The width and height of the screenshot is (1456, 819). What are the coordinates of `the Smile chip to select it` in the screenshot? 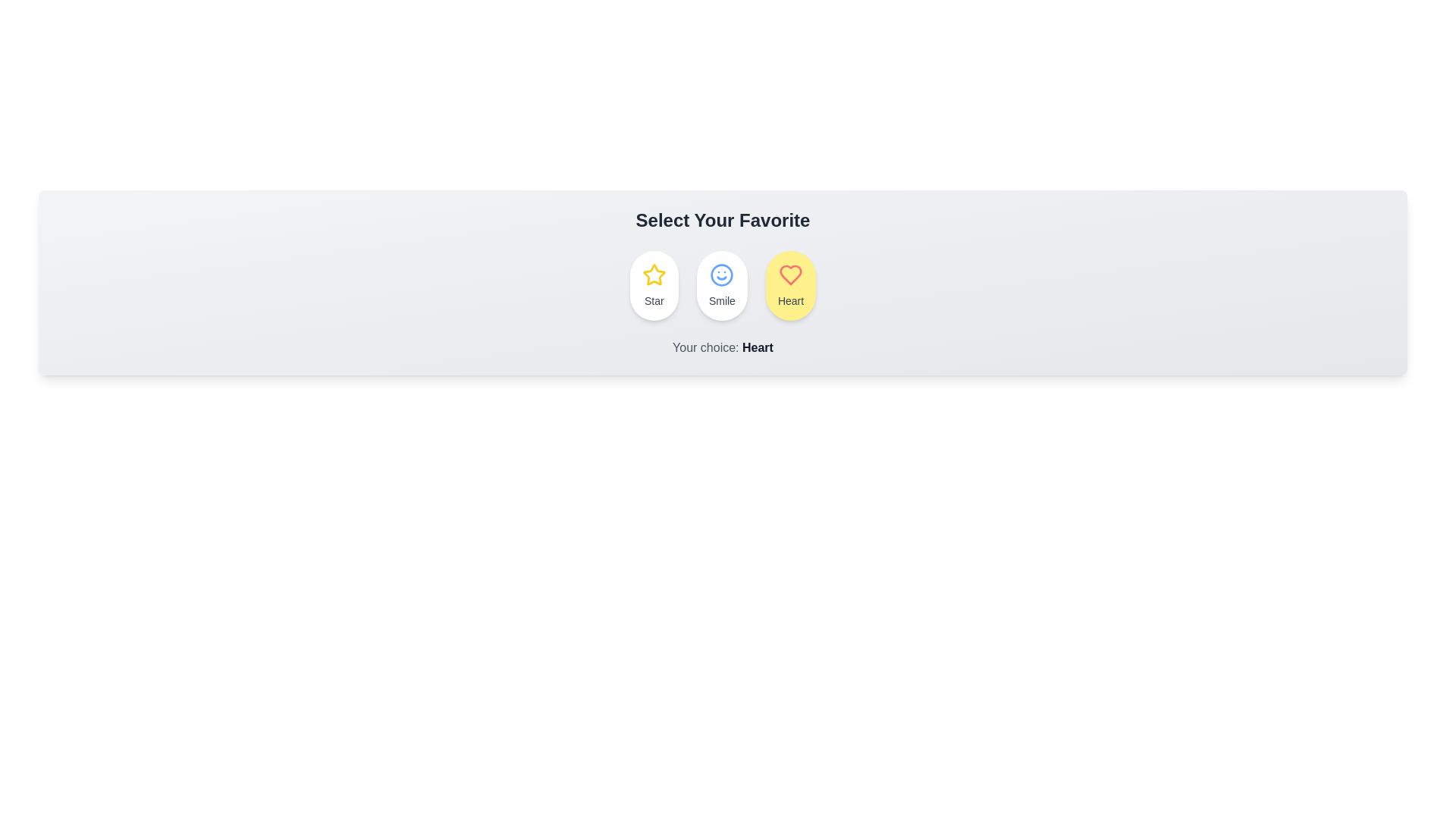 It's located at (721, 286).